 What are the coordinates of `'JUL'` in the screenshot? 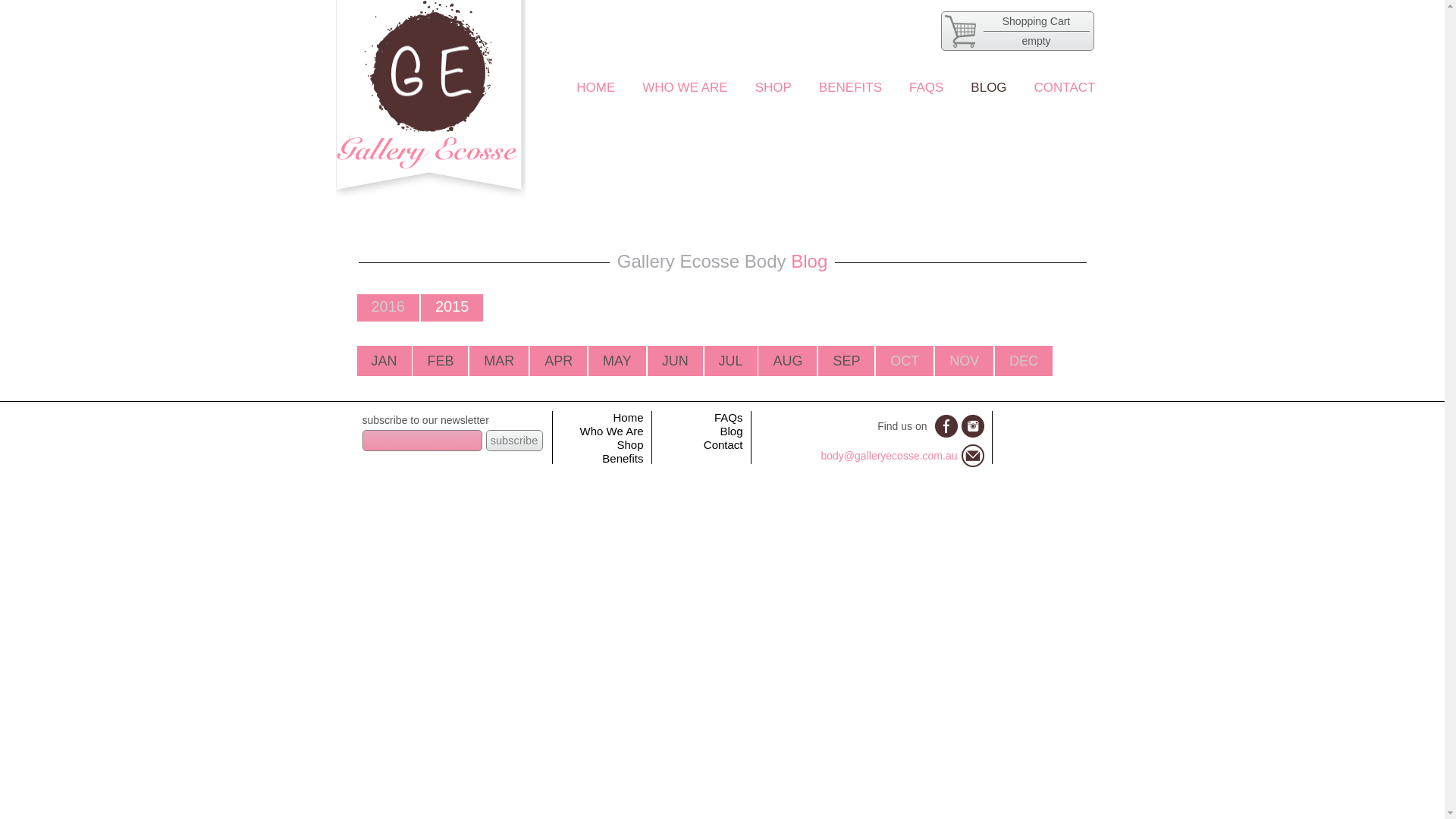 It's located at (731, 360).